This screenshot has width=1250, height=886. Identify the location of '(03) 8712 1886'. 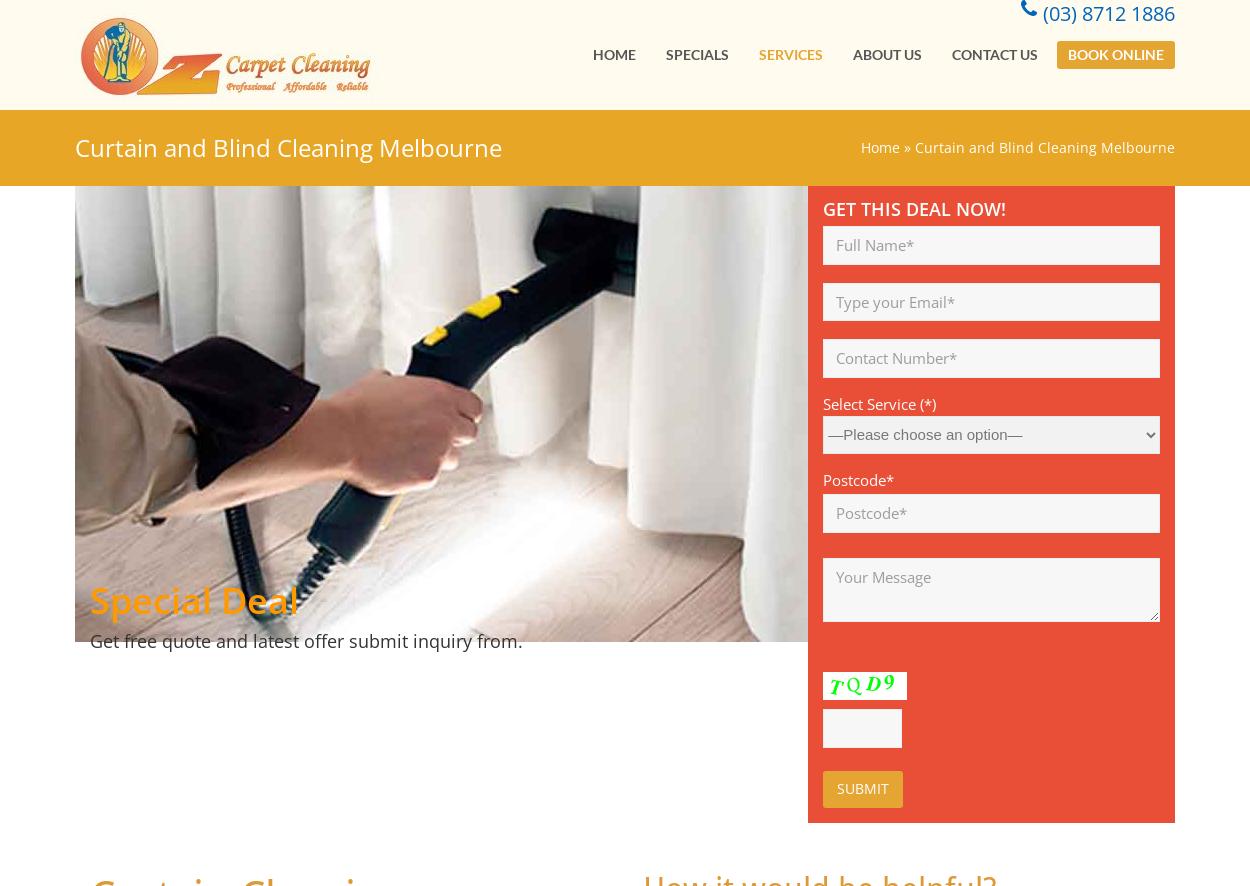
(1121, 16).